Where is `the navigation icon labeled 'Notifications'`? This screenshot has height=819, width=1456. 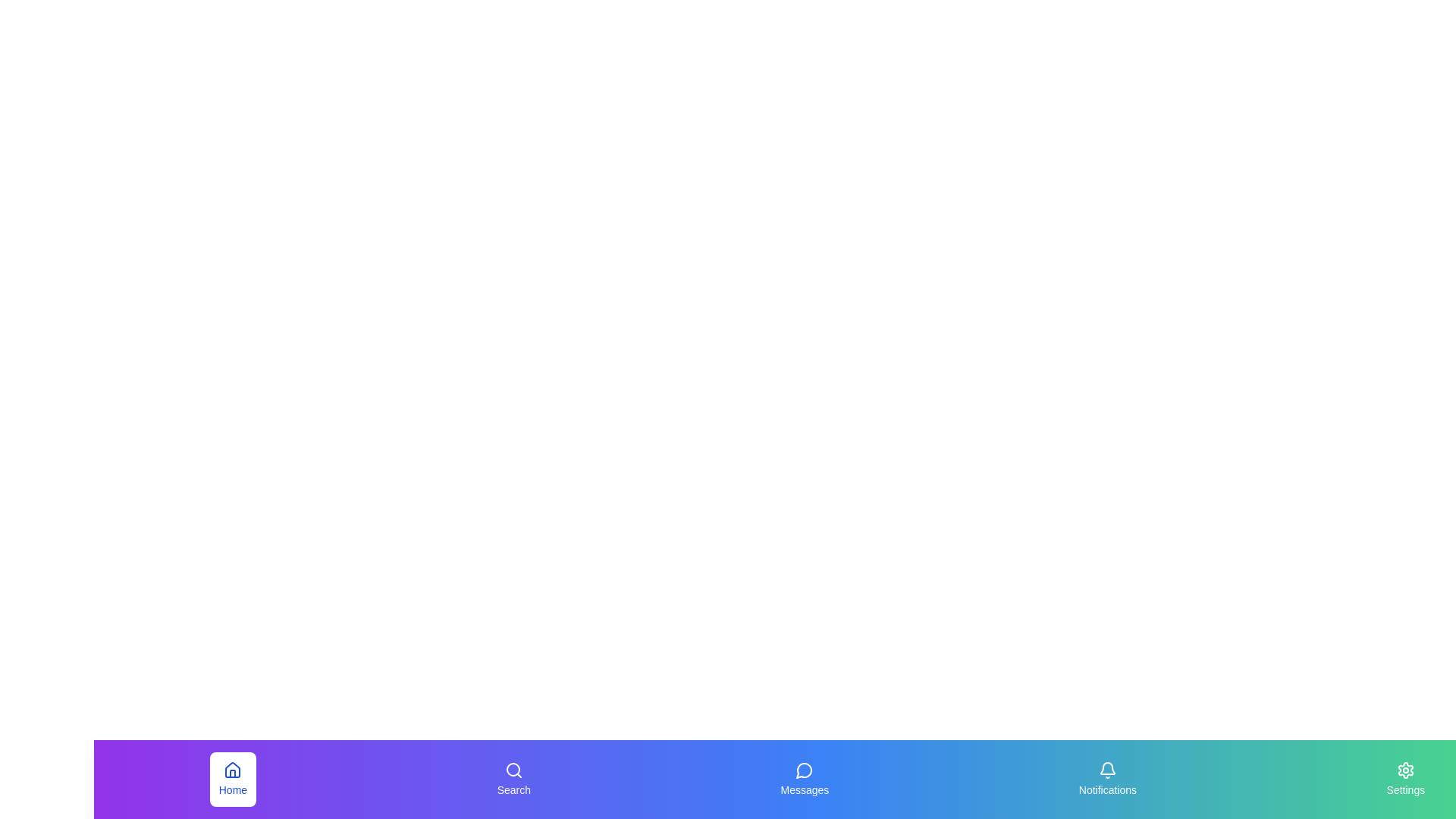
the navigation icon labeled 'Notifications' is located at coordinates (1107, 780).